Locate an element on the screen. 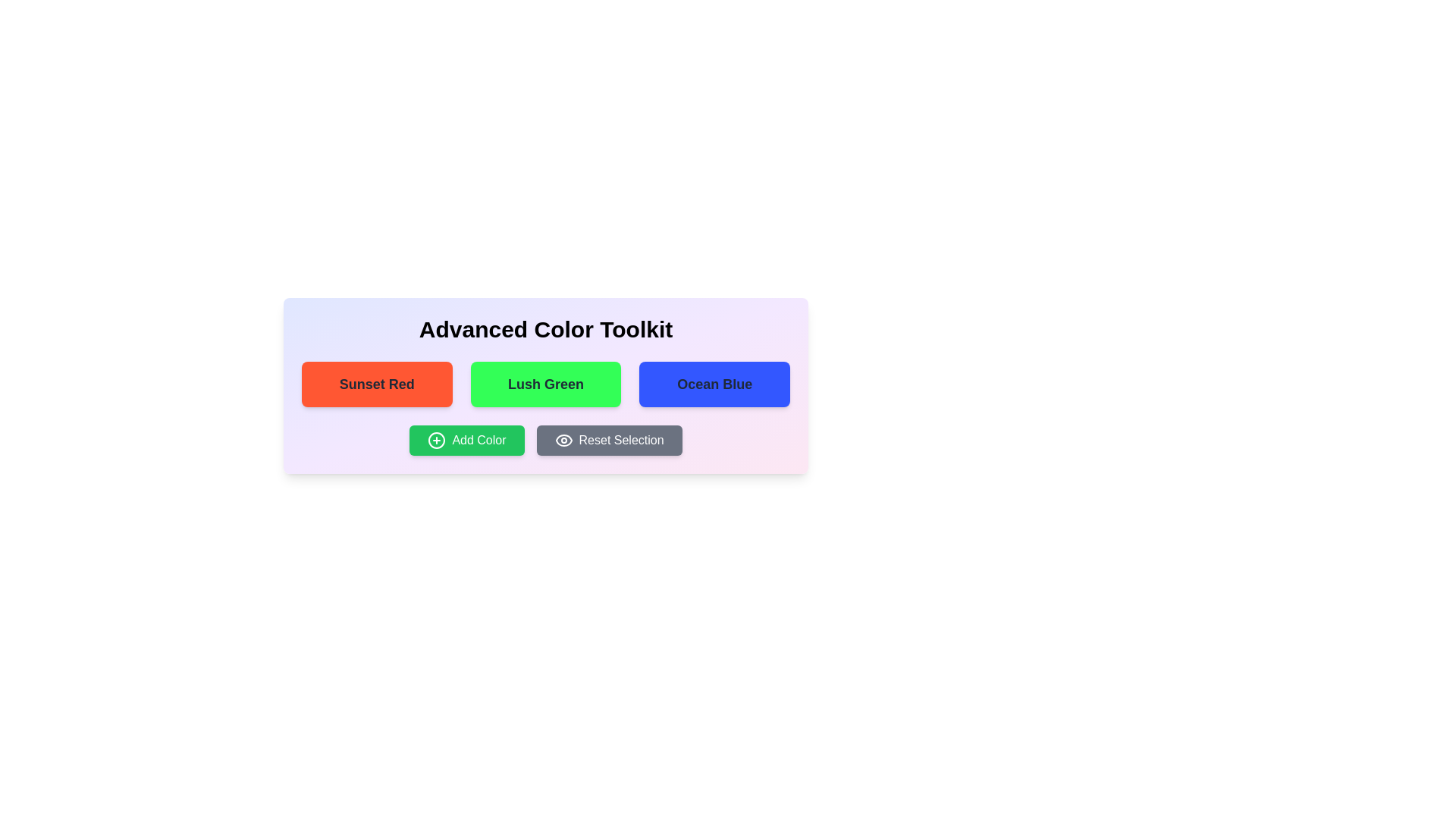 The height and width of the screenshot is (819, 1456). the centrally located Grid layout containing buttons that represents a selection interface for color options is located at coordinates (546, 383).